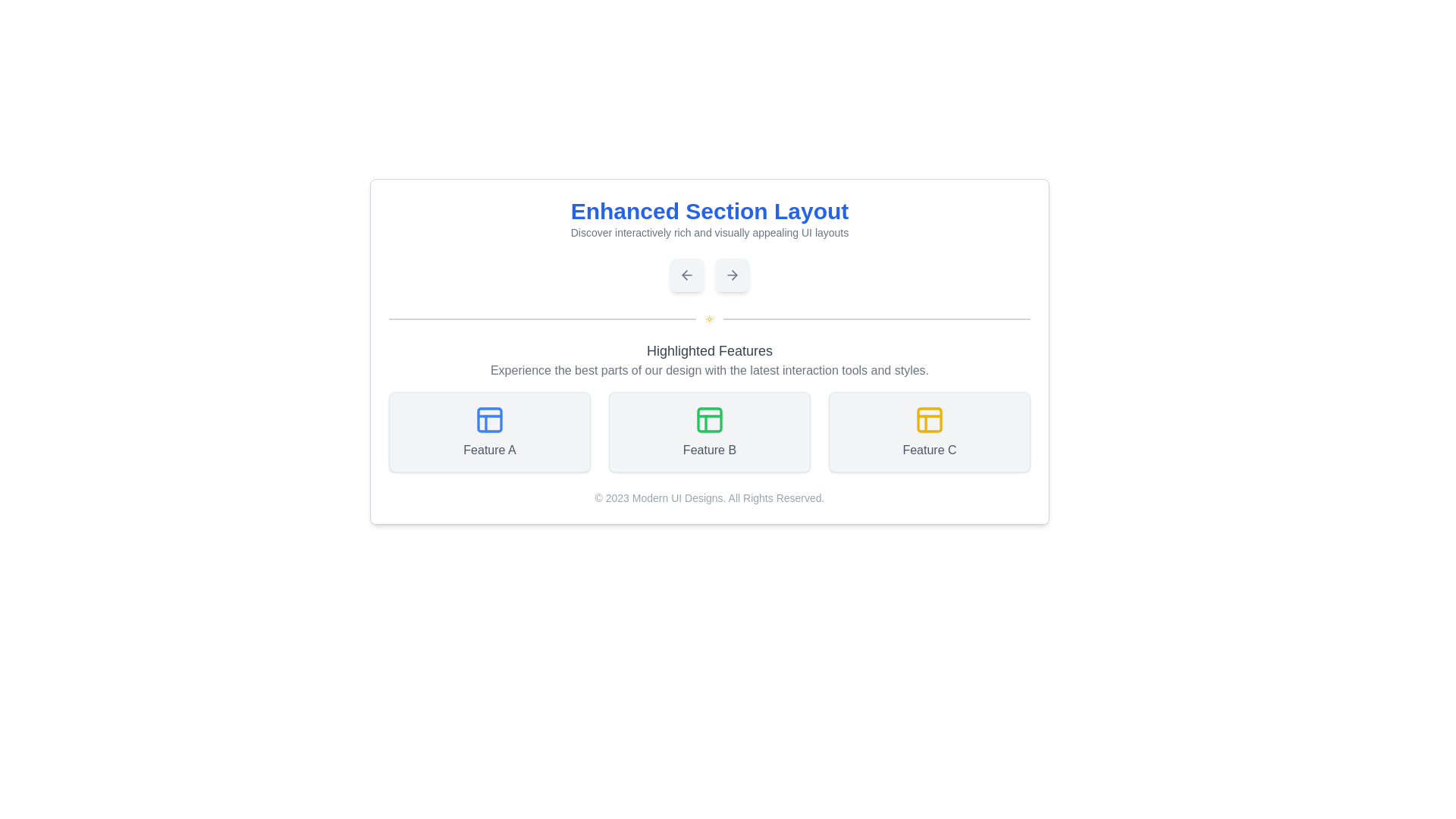 The height and width of the screenshot is (819, 1456). Describe the element at coordinates (684, 275) in the screenshot. I see `the leftward arrow graphic navigation control, which is visually distinct with a triangular shape pointing left, located below the heading 'Enhanced Section Layout' and next to the rightward arrow graphic` at that location.